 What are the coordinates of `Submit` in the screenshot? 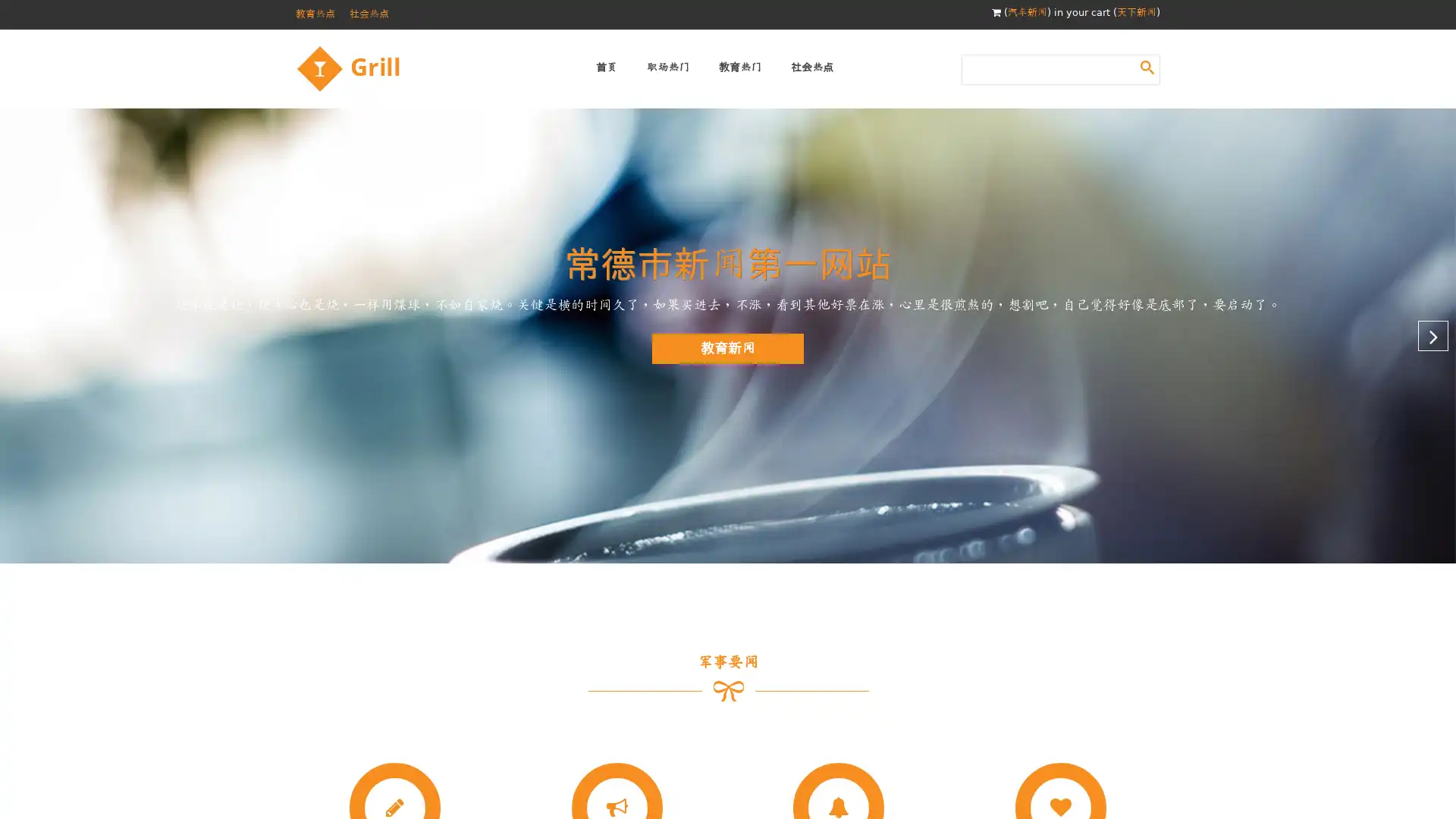 It's located at (1147, 66).